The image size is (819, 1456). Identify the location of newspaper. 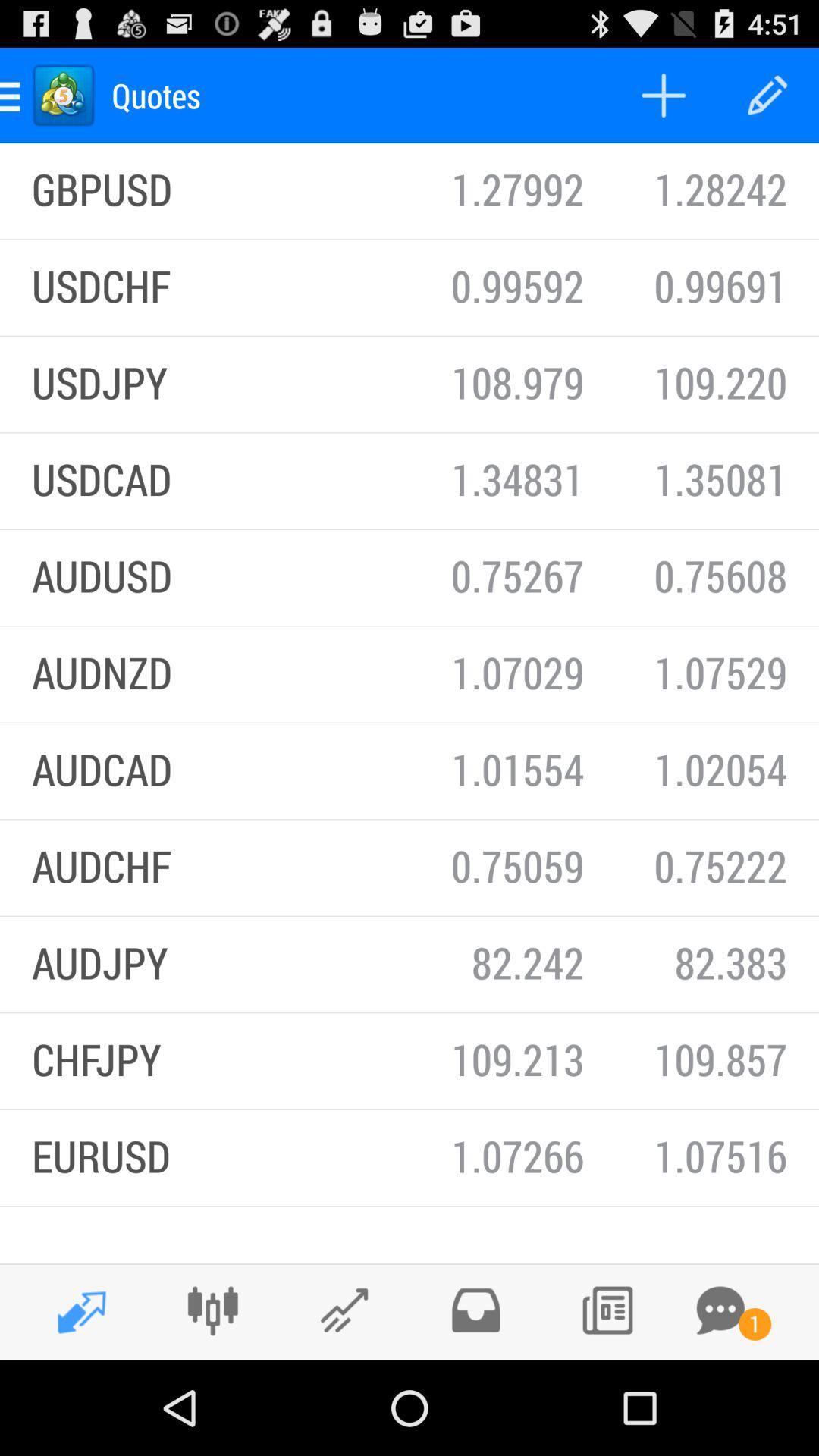
(606, 1310).